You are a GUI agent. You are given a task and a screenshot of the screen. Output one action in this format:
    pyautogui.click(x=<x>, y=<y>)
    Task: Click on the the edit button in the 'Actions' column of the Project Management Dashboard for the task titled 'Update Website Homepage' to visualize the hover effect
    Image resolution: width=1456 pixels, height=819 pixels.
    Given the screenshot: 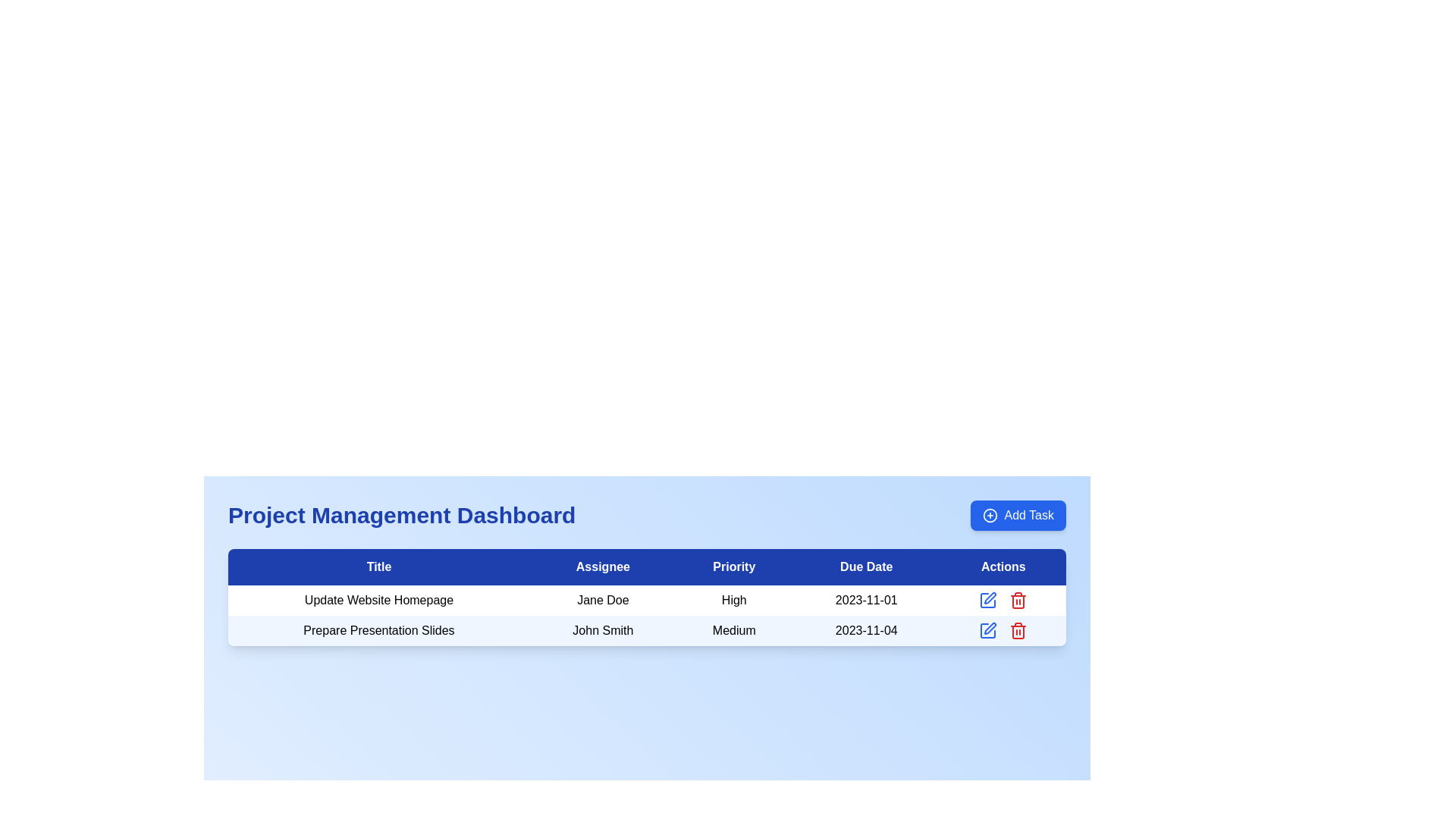 What is the action you would take?
    pyautogui.click(x=988, y=599)
    